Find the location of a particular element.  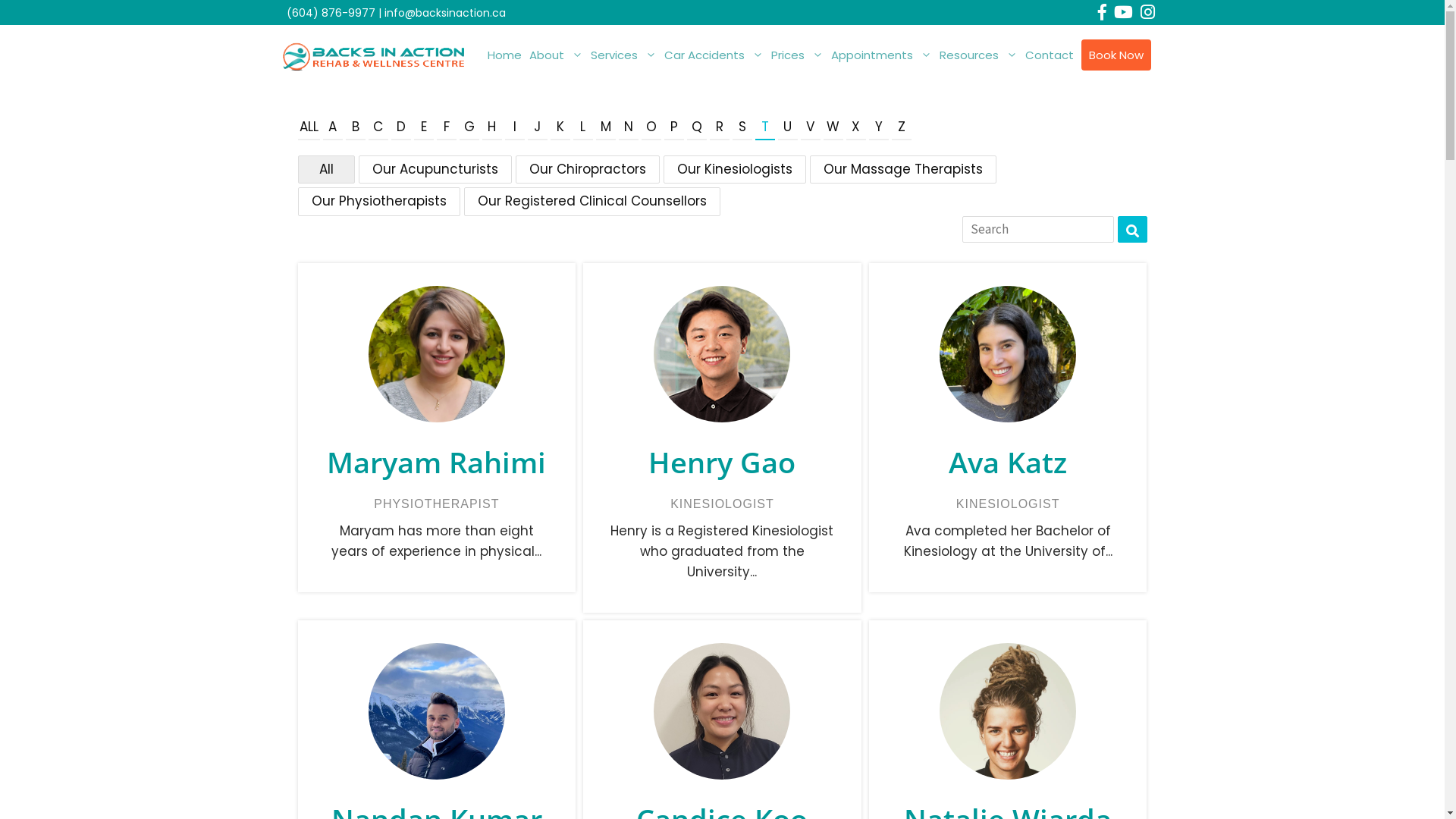

'G' is located at coordinates (469, 127).